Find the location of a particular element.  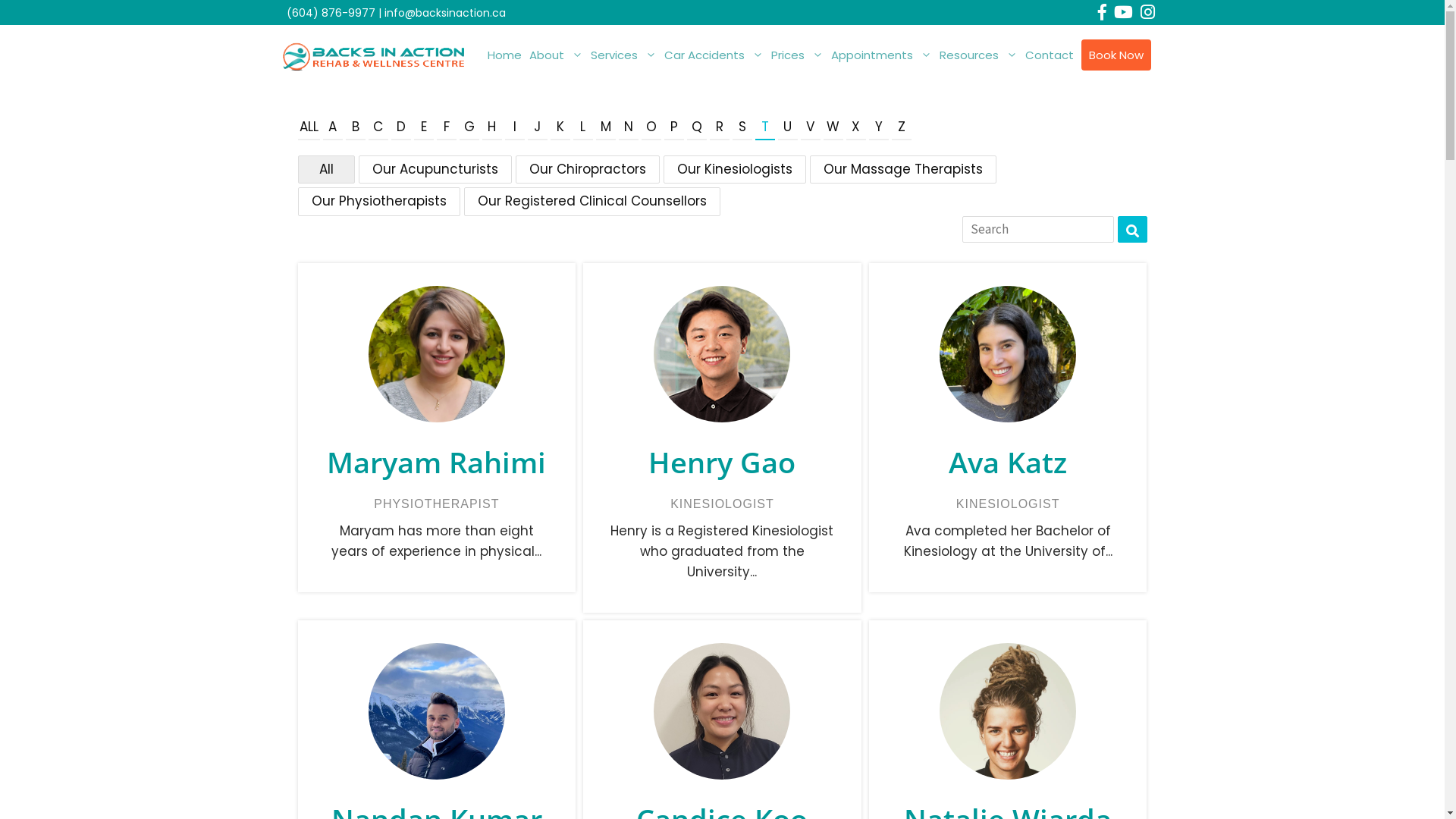

'G' is located at coordinates (469, 127).